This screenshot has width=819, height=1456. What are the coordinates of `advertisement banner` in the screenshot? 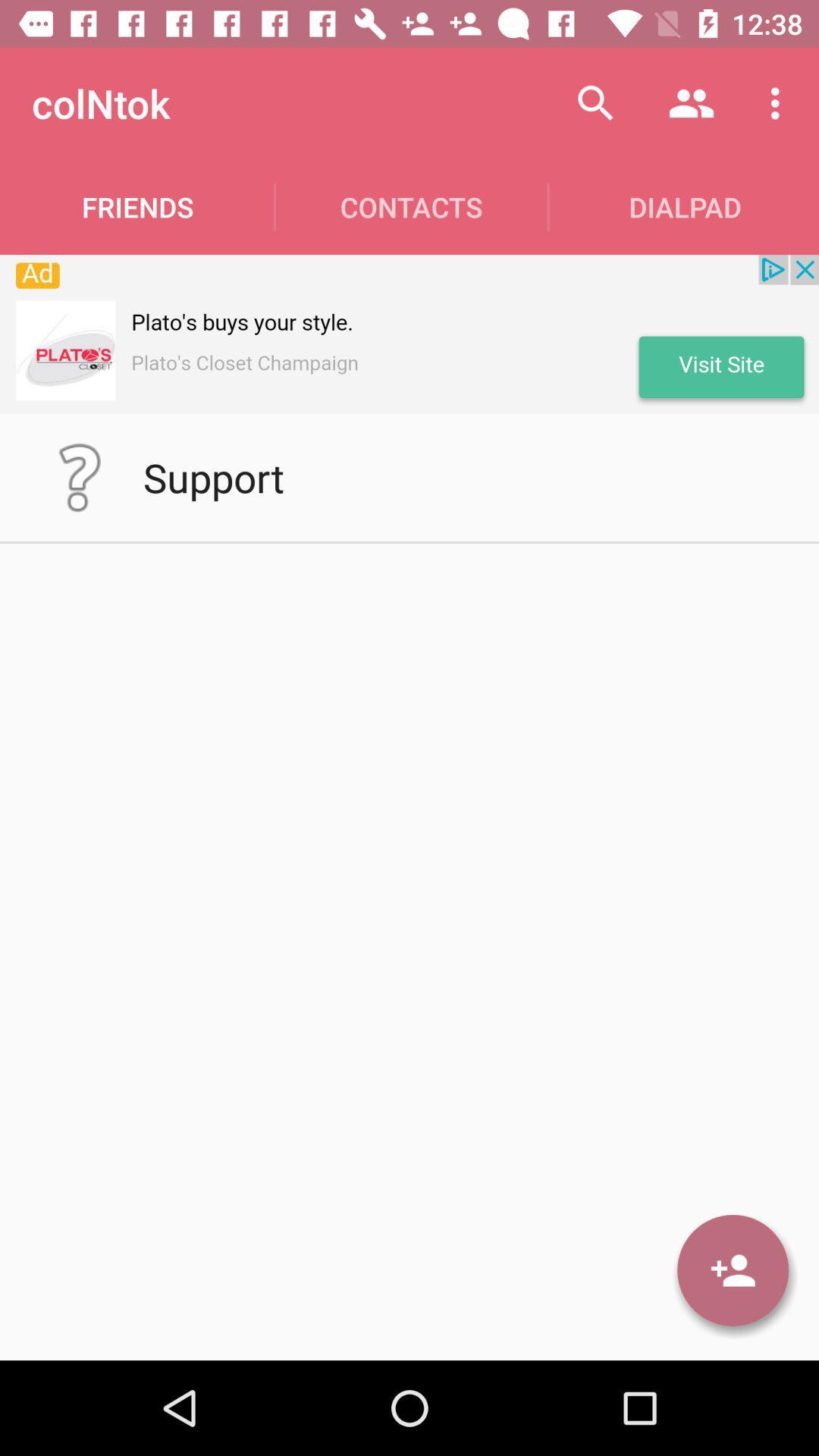 It's located at (409, 334).